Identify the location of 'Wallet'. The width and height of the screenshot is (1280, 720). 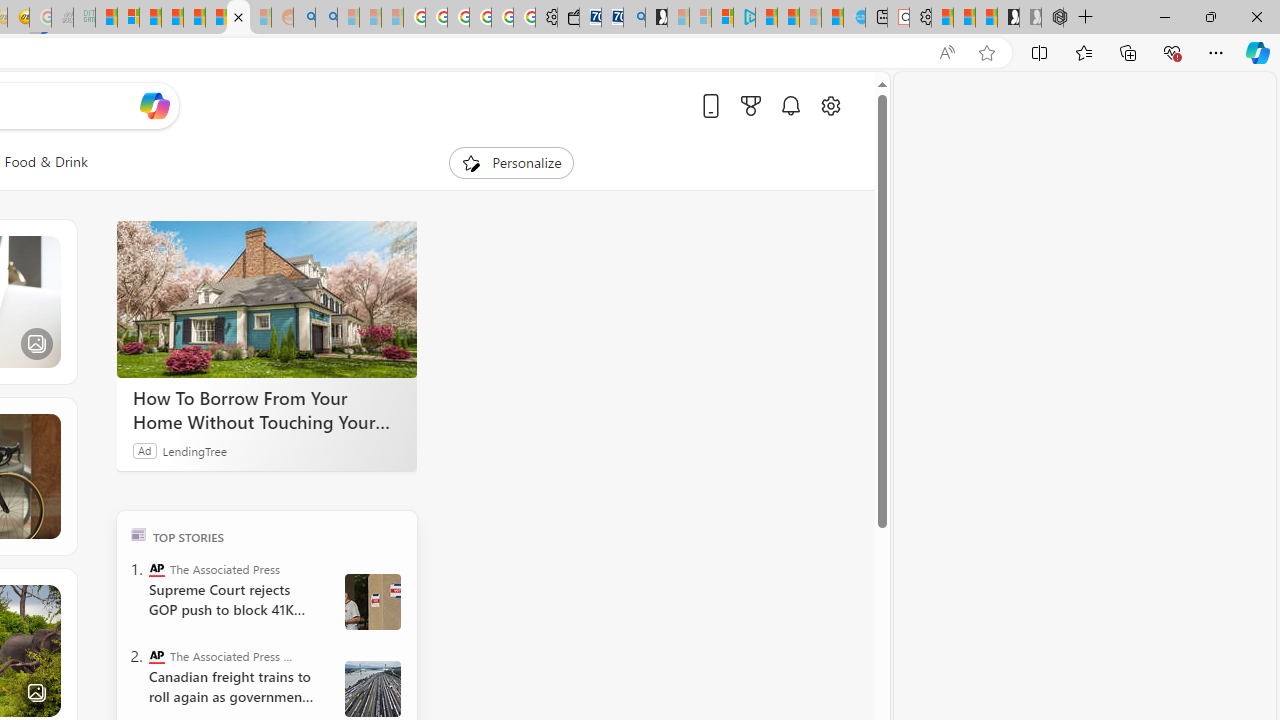
(567, 17).